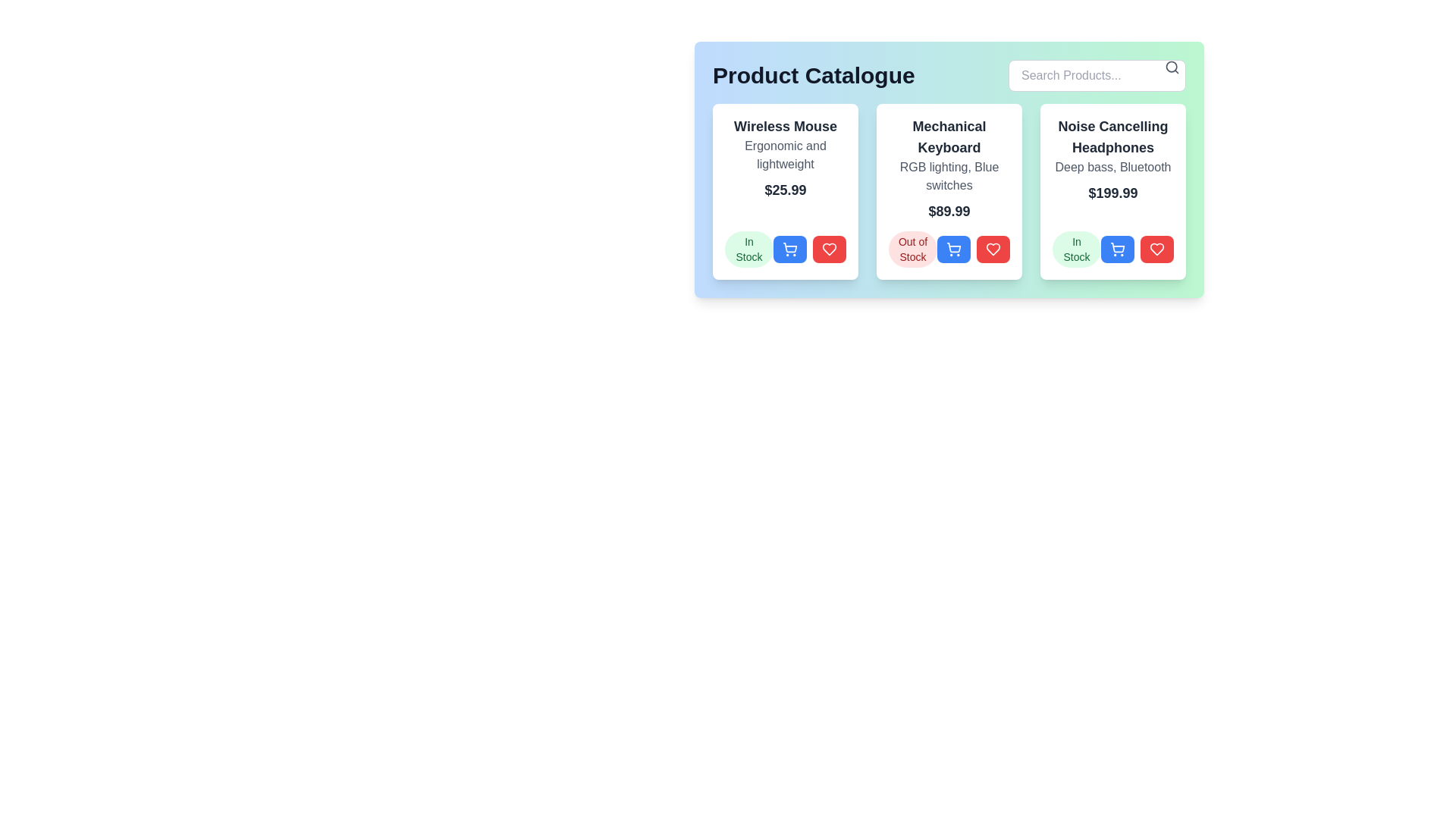 The height and width of the screenshot is (819, 1456). What do you see at coordinates (1113, 192) in the screenshot?
I see `the price display for 'Noise Cancelling Headphones', which is a static text element located at the bottom-center of the rightmost panel of the product card` at bounding box center [1113, 192].